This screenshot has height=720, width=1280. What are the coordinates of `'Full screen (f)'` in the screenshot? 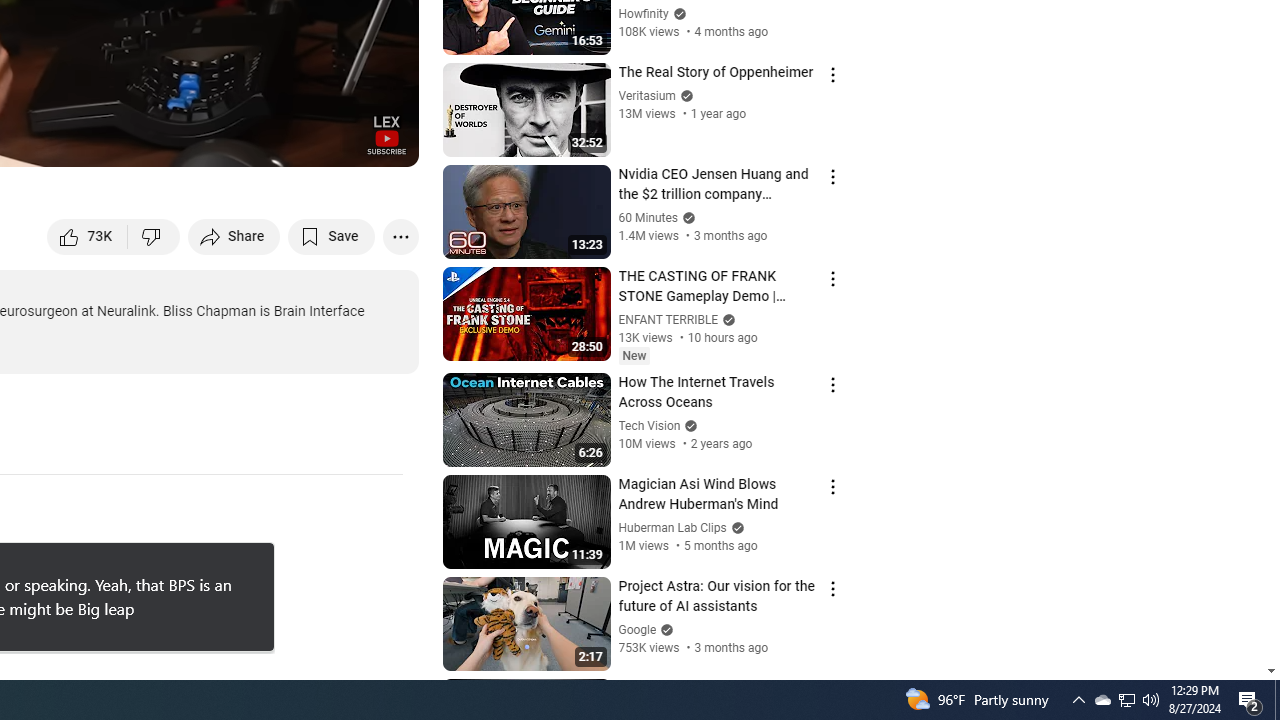 It's located at (382, 141).